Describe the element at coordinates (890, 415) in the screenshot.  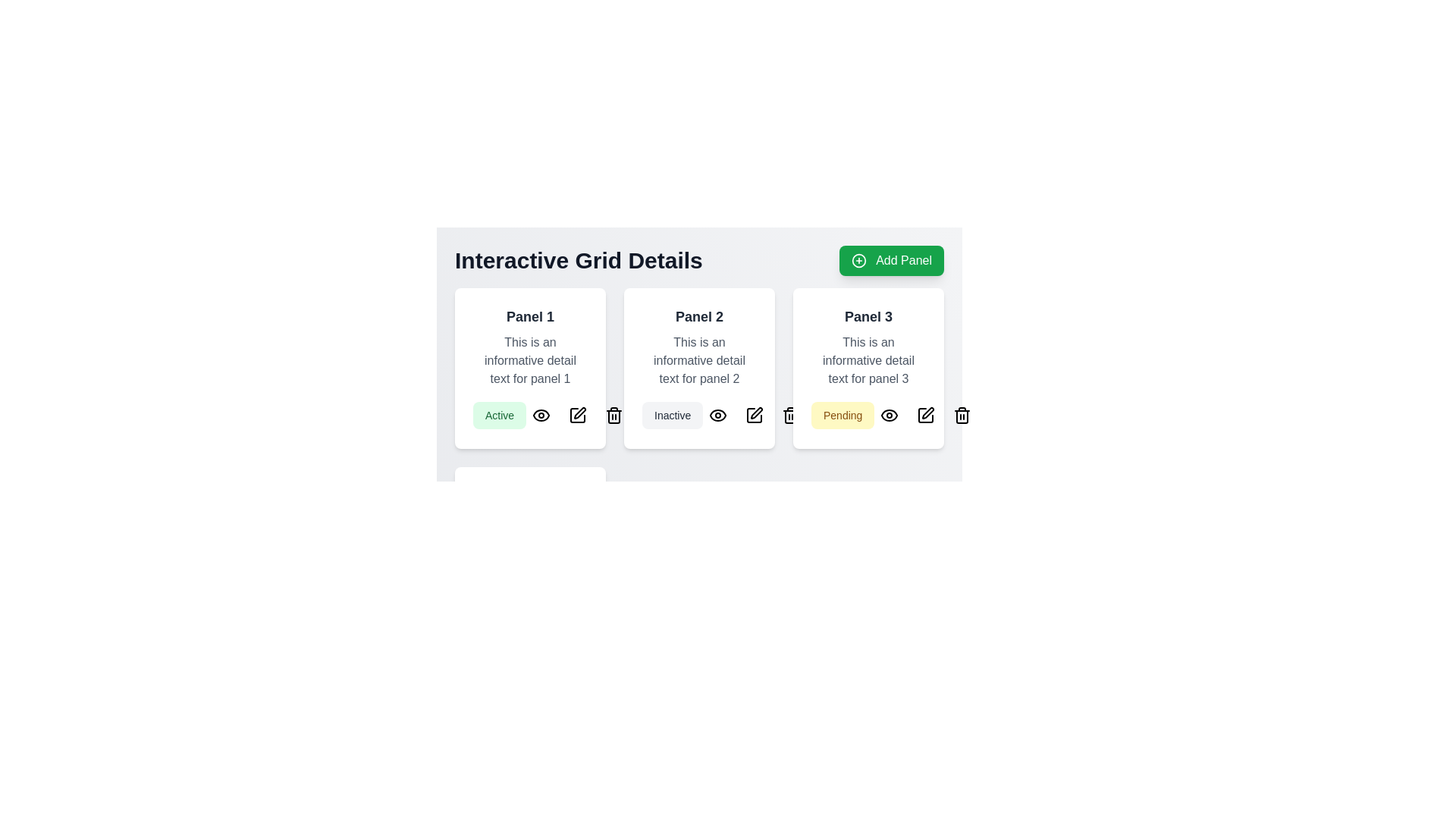
I see `the Icon button located at the bottom of 'Panel 3', which is the second icon from the left` at that location.